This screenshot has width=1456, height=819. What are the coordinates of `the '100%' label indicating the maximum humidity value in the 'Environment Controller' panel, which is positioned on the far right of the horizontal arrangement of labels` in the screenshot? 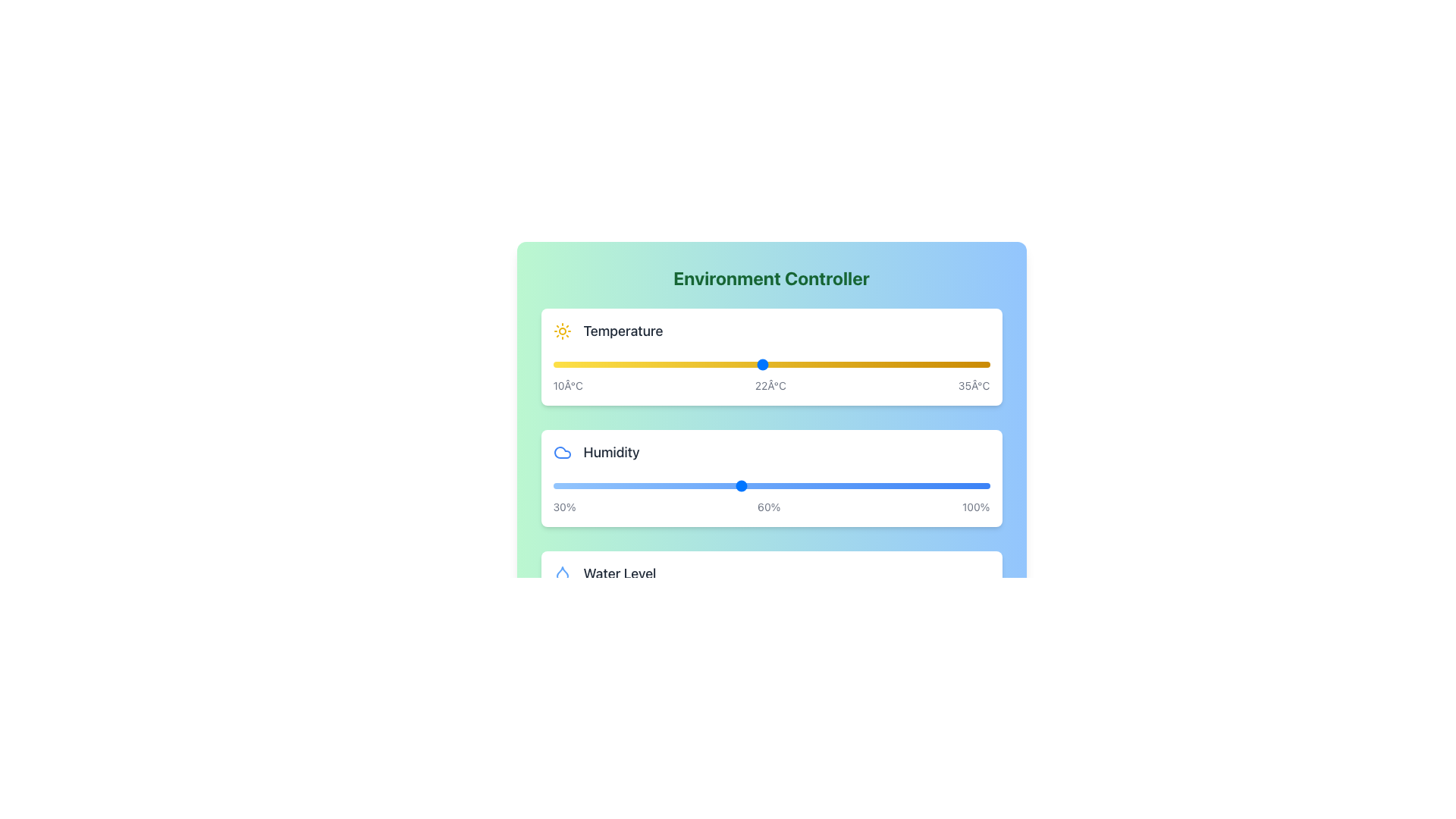 It's located at (975, 507).